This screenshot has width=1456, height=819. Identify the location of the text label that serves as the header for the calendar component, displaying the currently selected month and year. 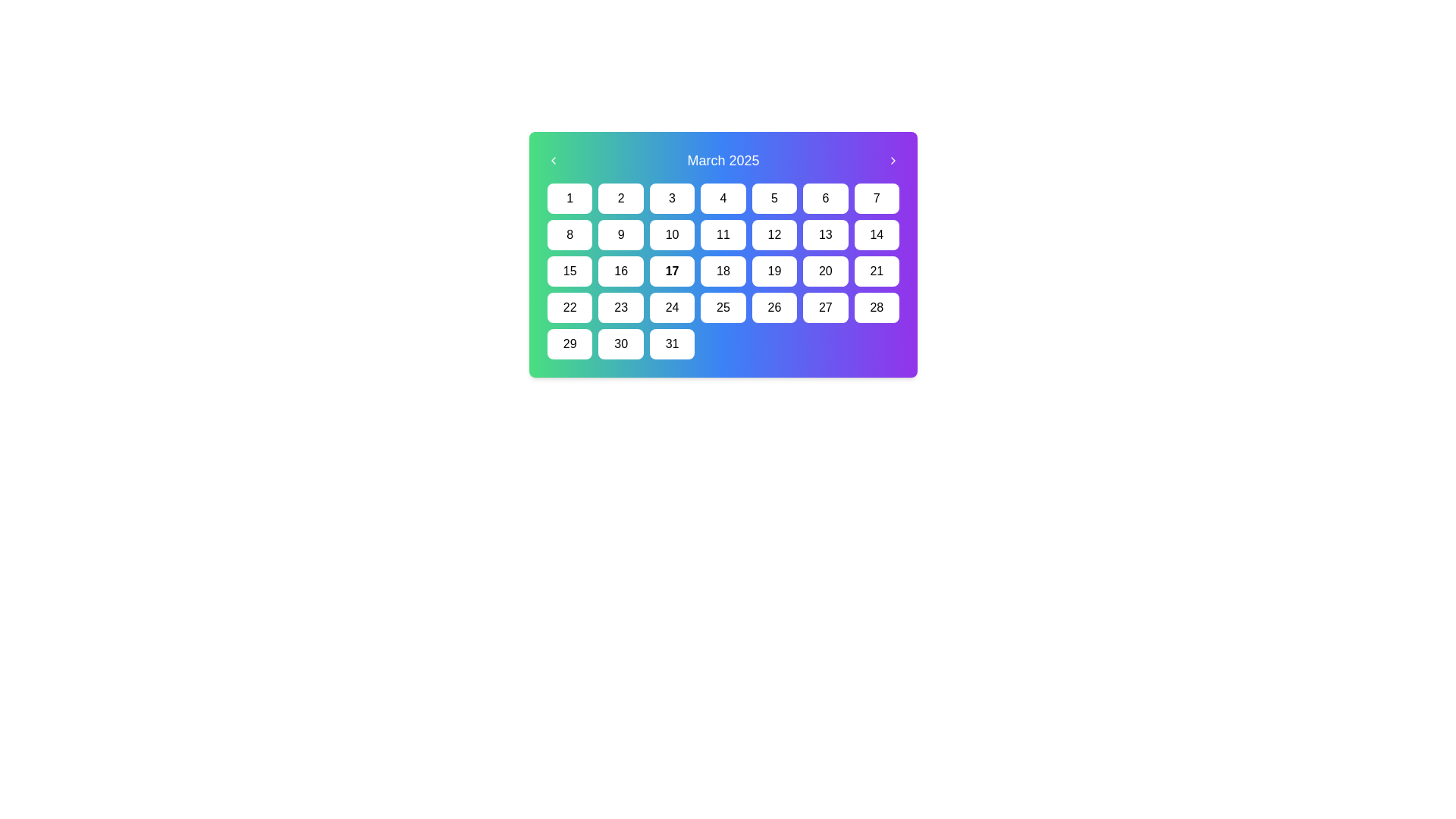
(723, 161).